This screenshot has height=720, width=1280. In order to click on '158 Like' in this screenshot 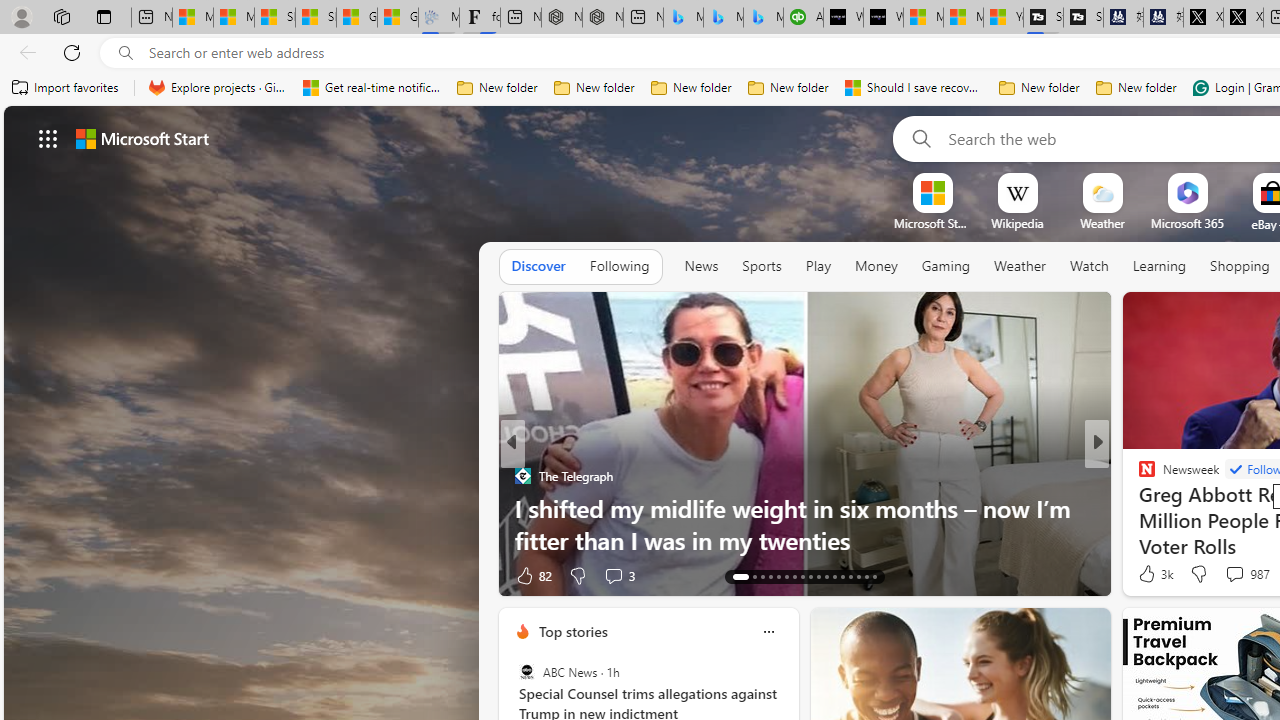, I will do `click(1152, 575)`.